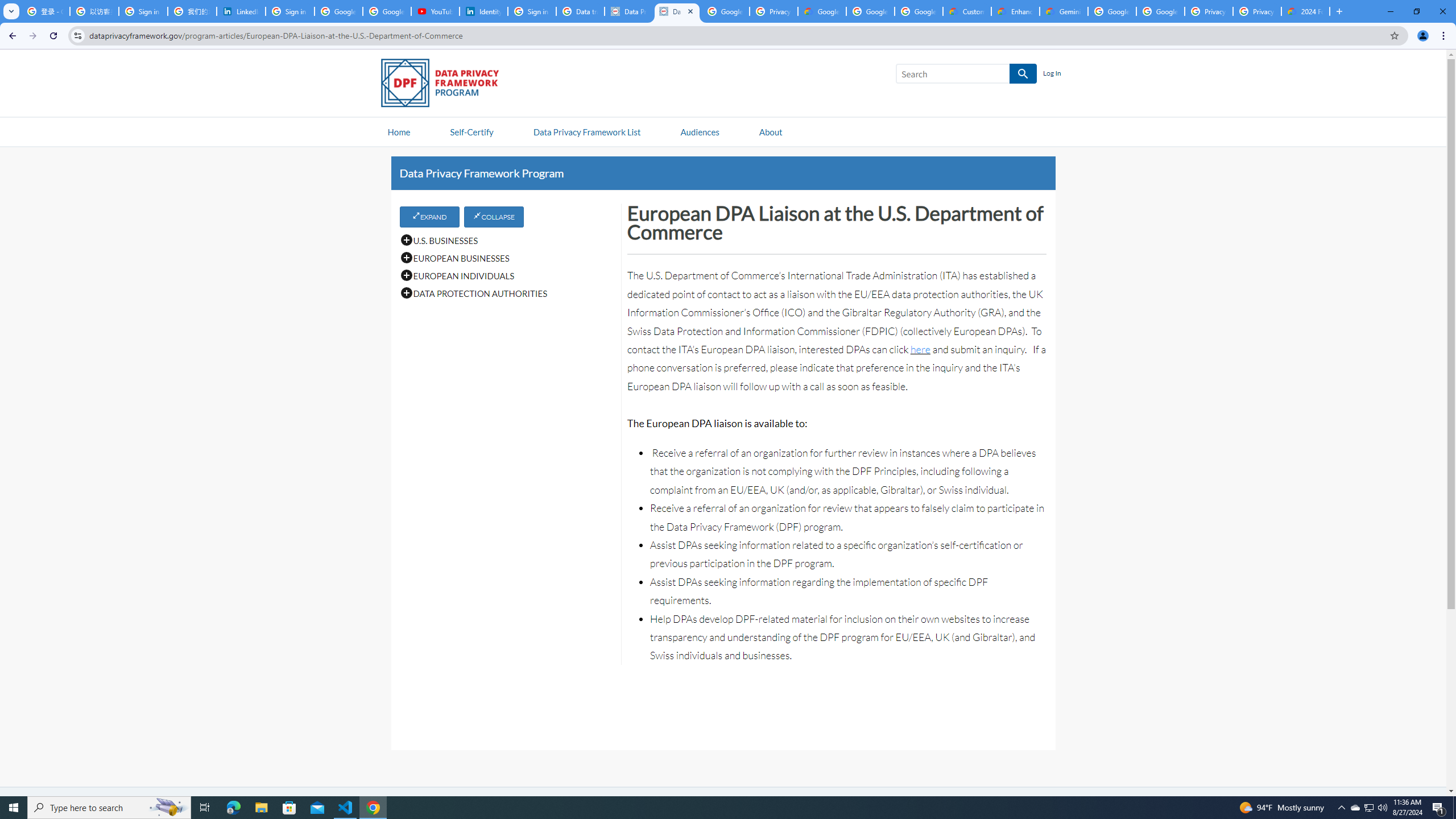 The width and height of the screenshot is (1456, 819). Describe the element at coordinates (822, 11) in the screenshot. I see `'Google Cloud Terms Directory | Google Cloud'` at that location.